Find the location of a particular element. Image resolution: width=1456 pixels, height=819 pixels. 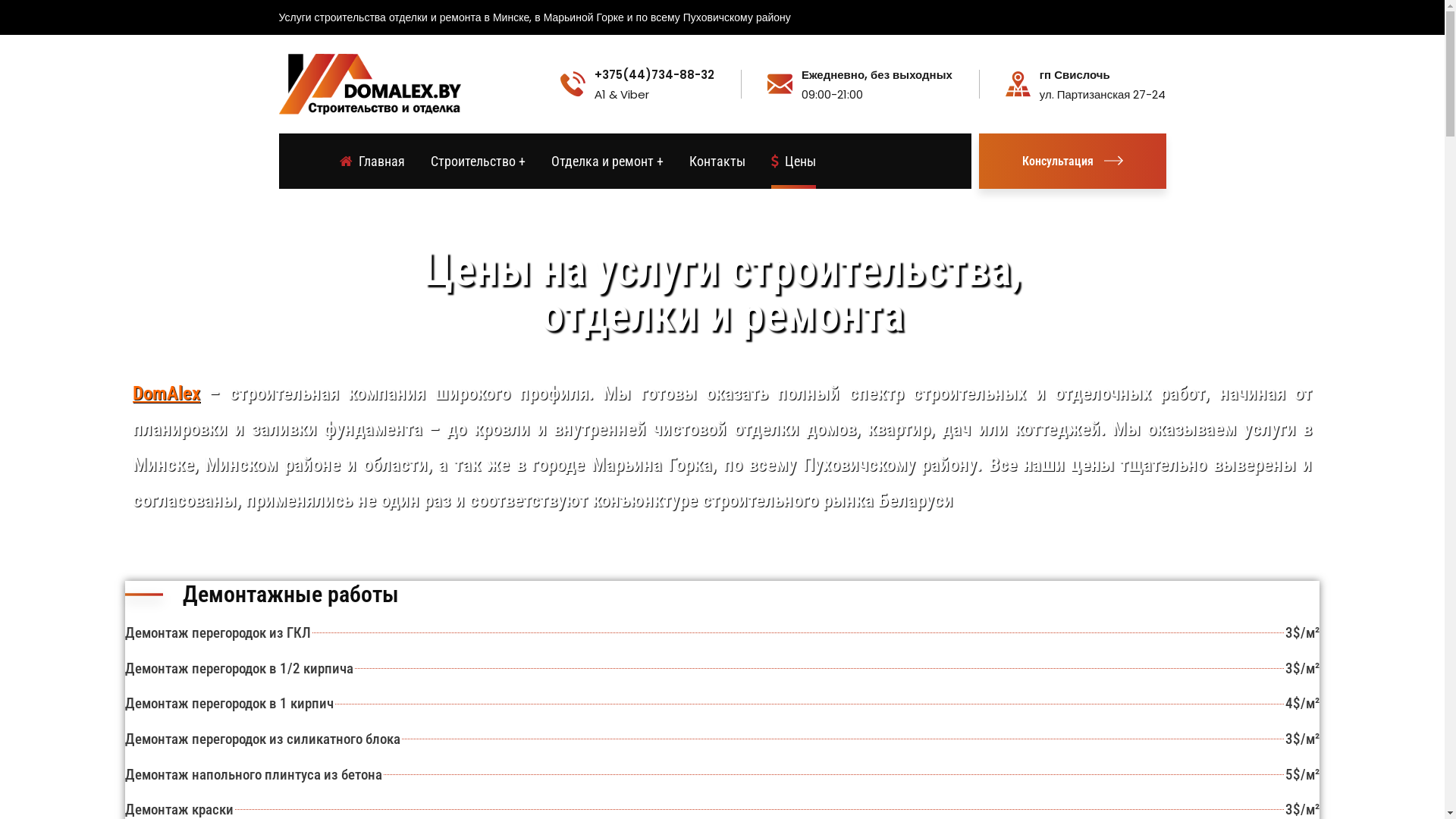

'DomAlex' is located at coordinates (166, 392).